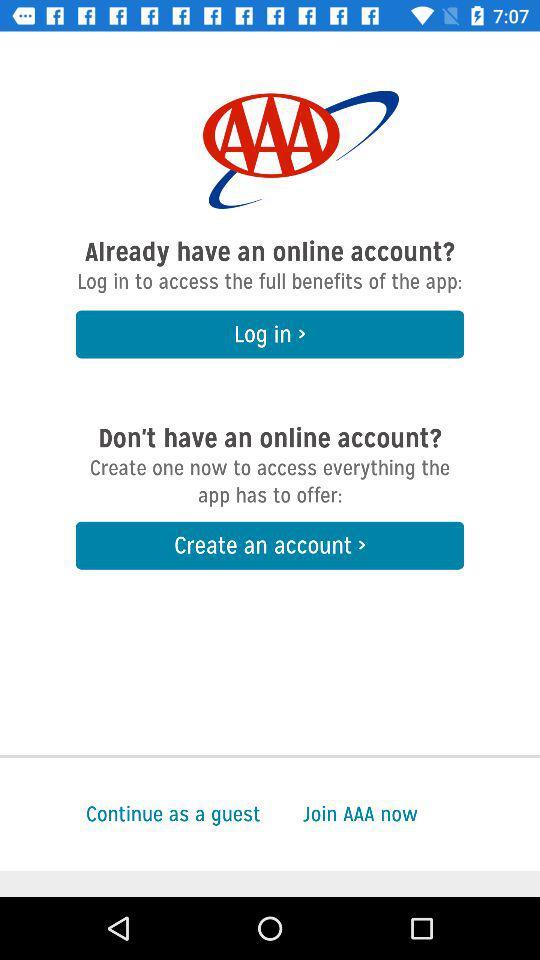 This screenshot has width=540, height=960. Describe the element at coordinates (130, 814) in the screenshot. I see `item to the left of the join aaa now icon` at that location.